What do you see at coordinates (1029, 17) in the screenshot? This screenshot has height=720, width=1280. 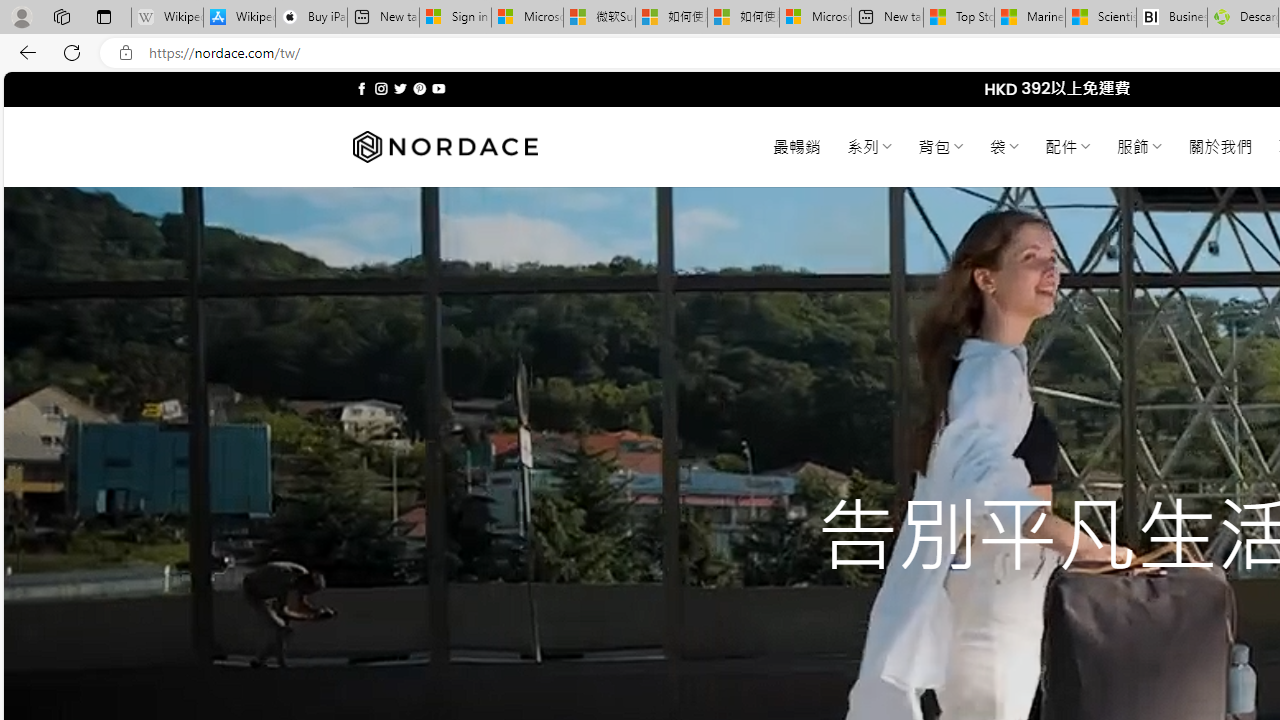 I see `'Marine life - MSN'` at bounding box center [1029, 17].